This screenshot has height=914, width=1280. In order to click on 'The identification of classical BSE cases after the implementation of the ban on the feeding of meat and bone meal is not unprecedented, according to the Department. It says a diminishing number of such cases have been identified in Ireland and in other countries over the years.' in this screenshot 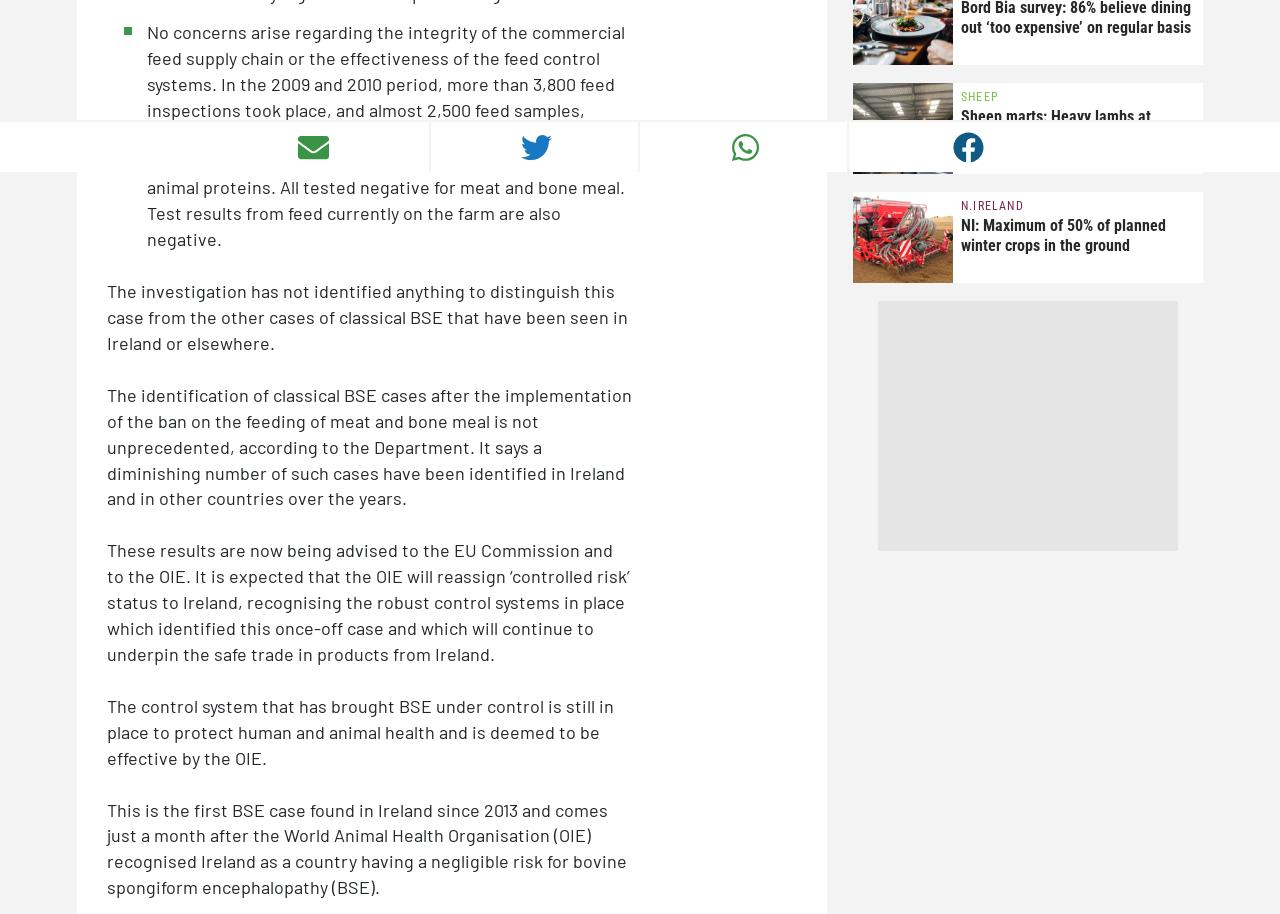, I will do `click(369, 445)`.